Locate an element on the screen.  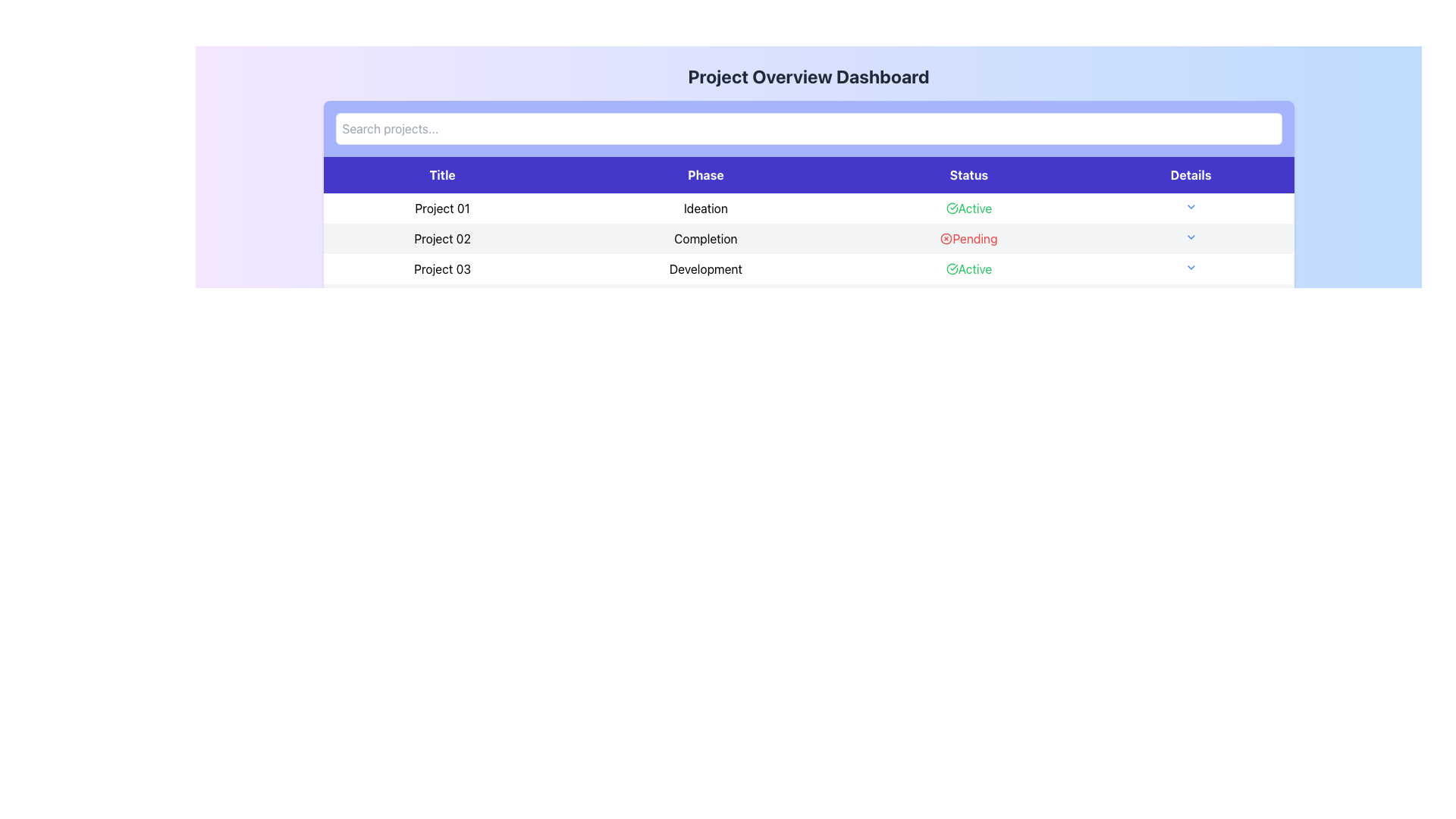
the Dropdown toggle button located in the last column of the 'Project 01' row is located at coordinates (1190, 208).